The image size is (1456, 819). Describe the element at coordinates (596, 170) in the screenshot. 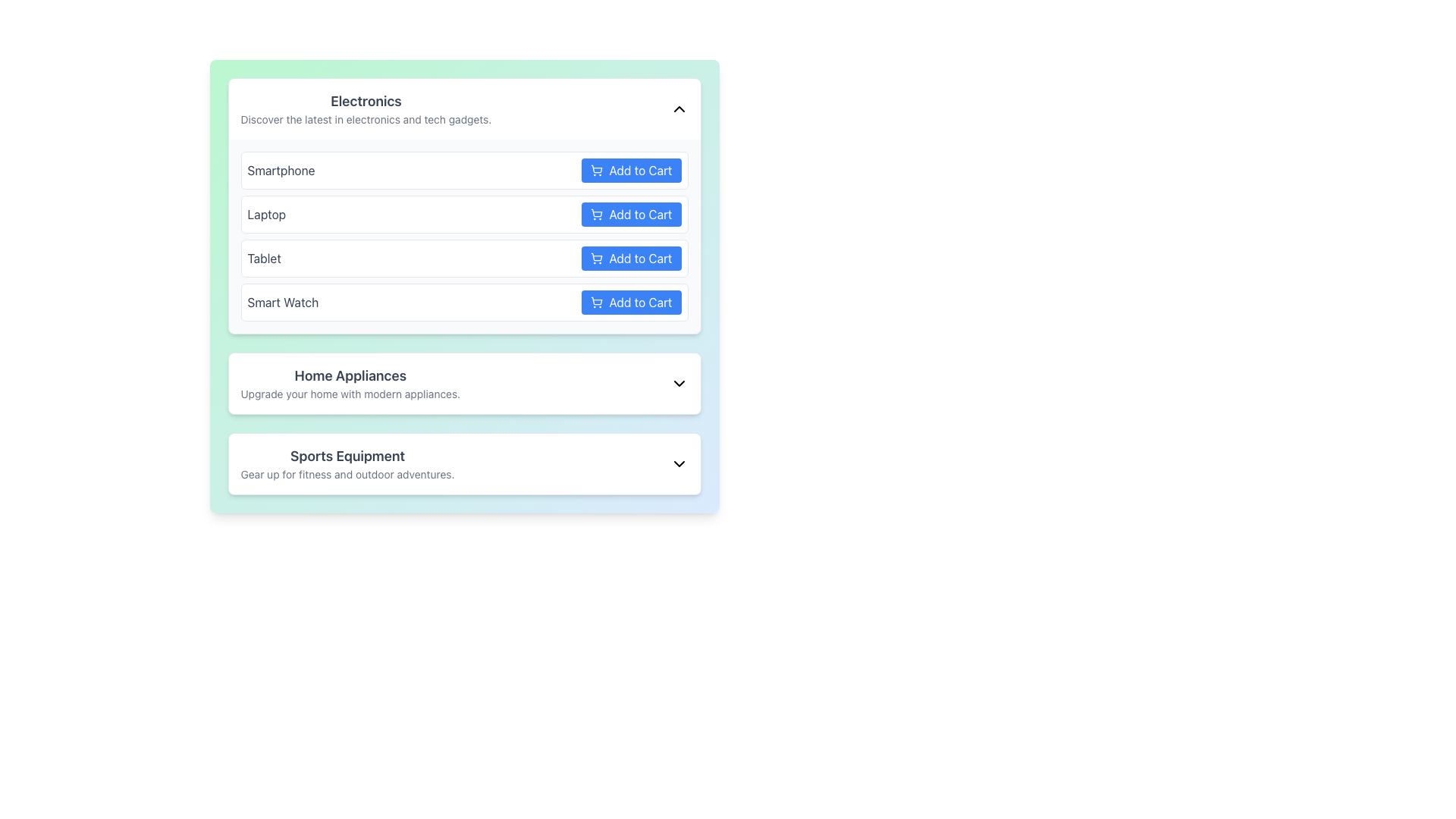

I see `the shopping cart icon, which is a white vector graphic with blue accents, located inside the blue 'Add to Cart' button in the first row of the 'Electronics' section for the 'Smartphone' item` at that location.